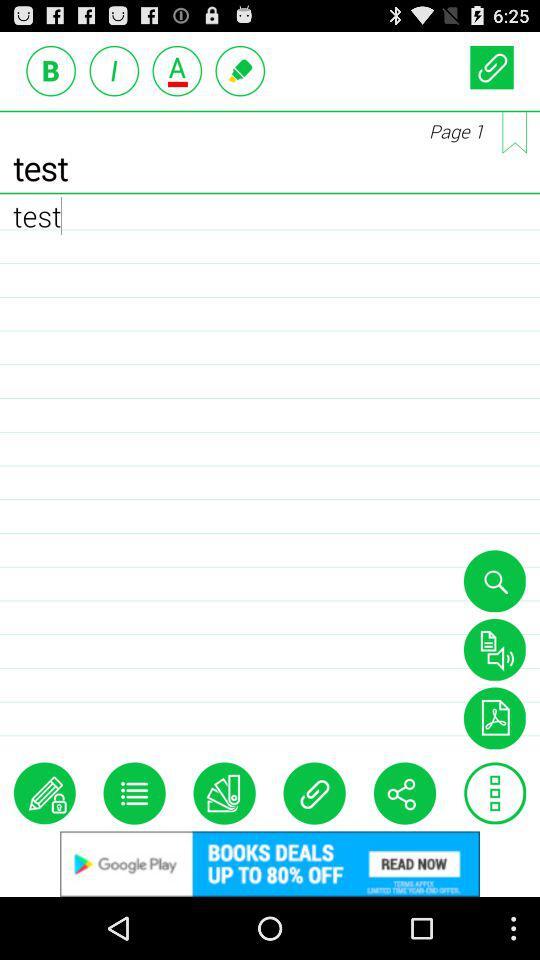 Image resolution: width=540 pixels, height=960 pixels. I want to click on insert attachment, so click(314, 793).